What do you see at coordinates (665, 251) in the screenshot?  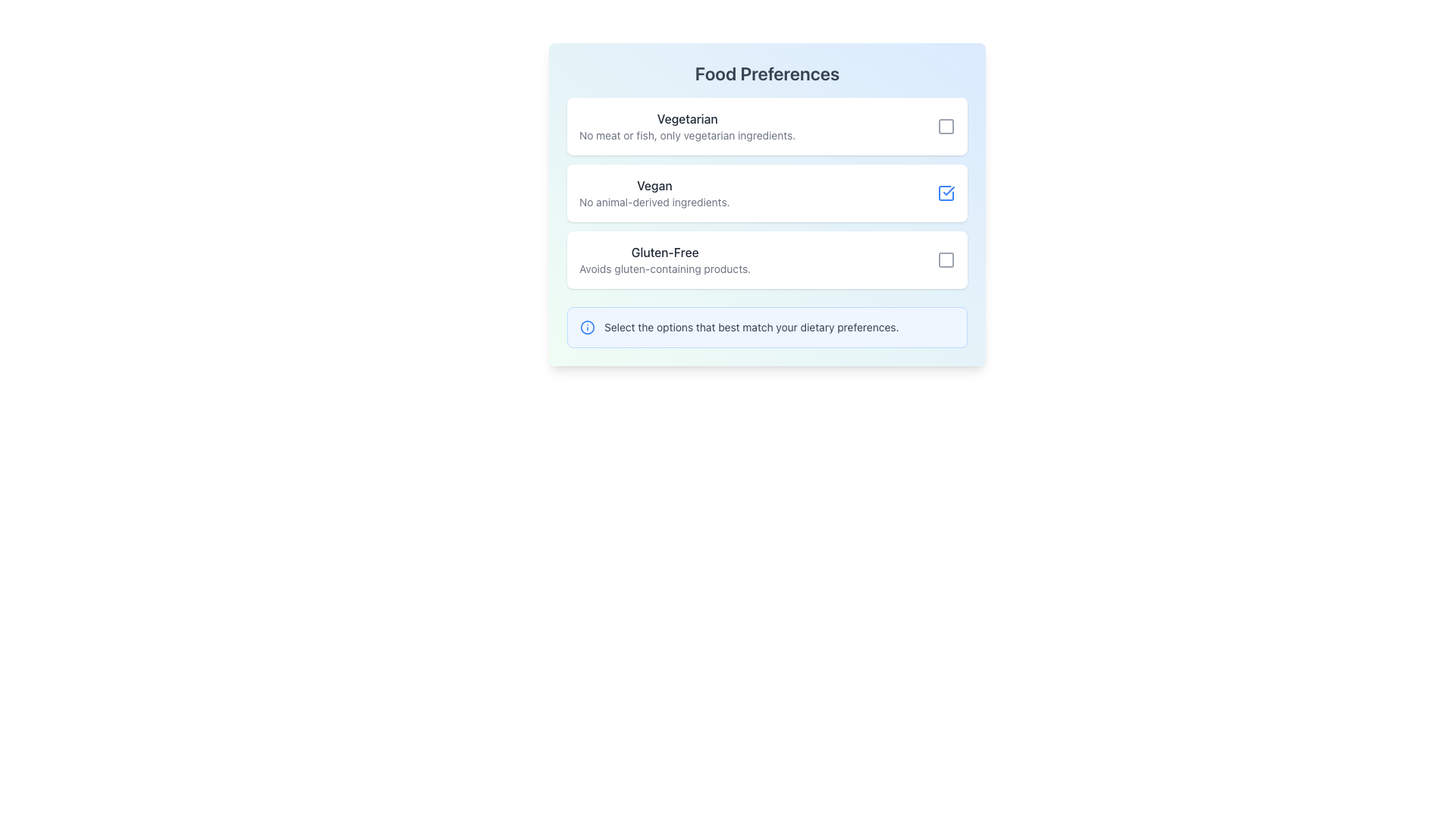 I see `the 'Gluten-Free' dietary preference title text label, which is the third option in a vertical list, positioned above the description 'Avoids gluten-containing products.'` at bounding box center [665, 251].